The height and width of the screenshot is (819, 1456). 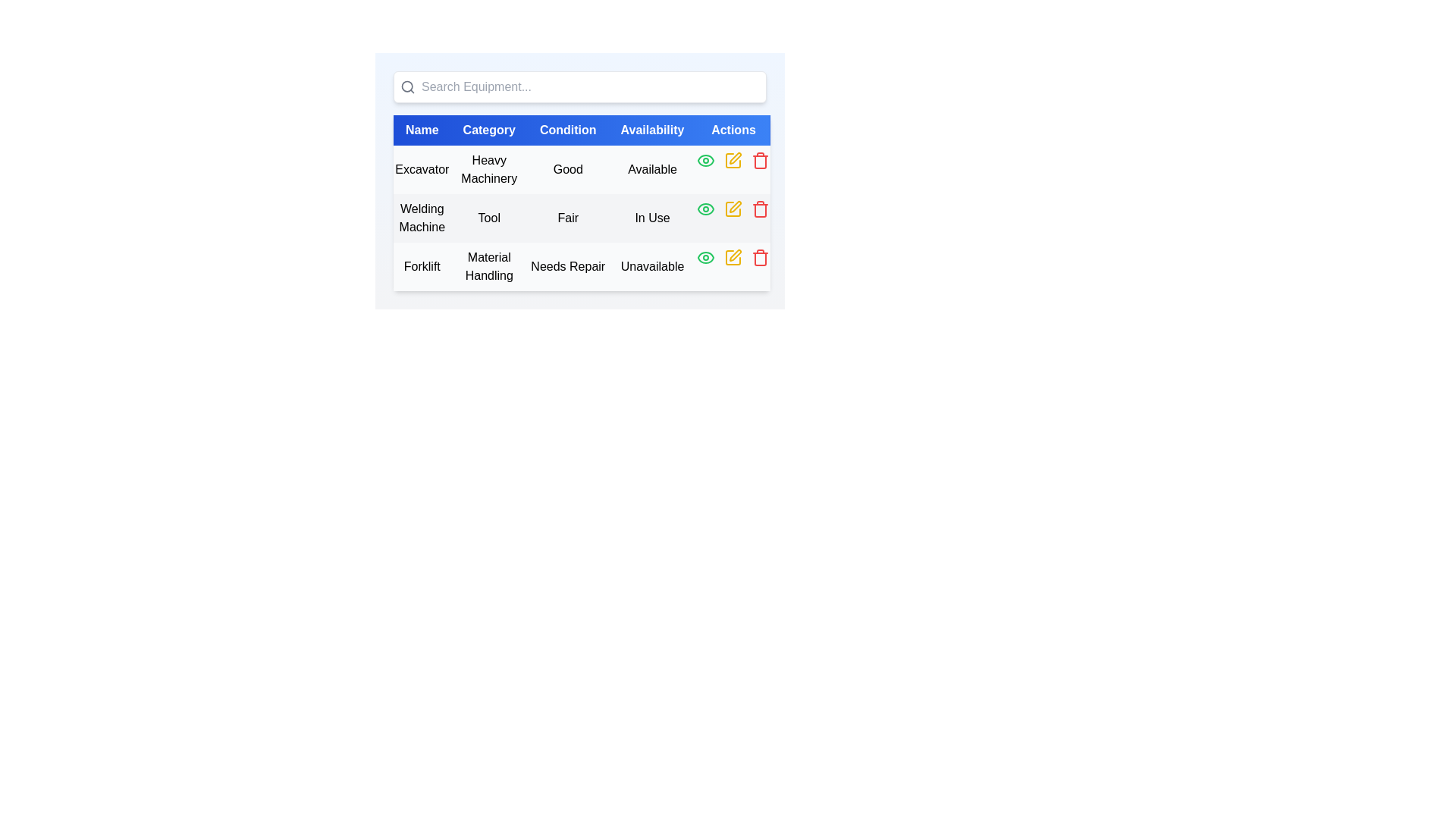 I want to click on the 'Availability' header label, which is a blue button with white text, located as the fourth column in the header row of the table, to interact with the column, so click(x=652, y=130).